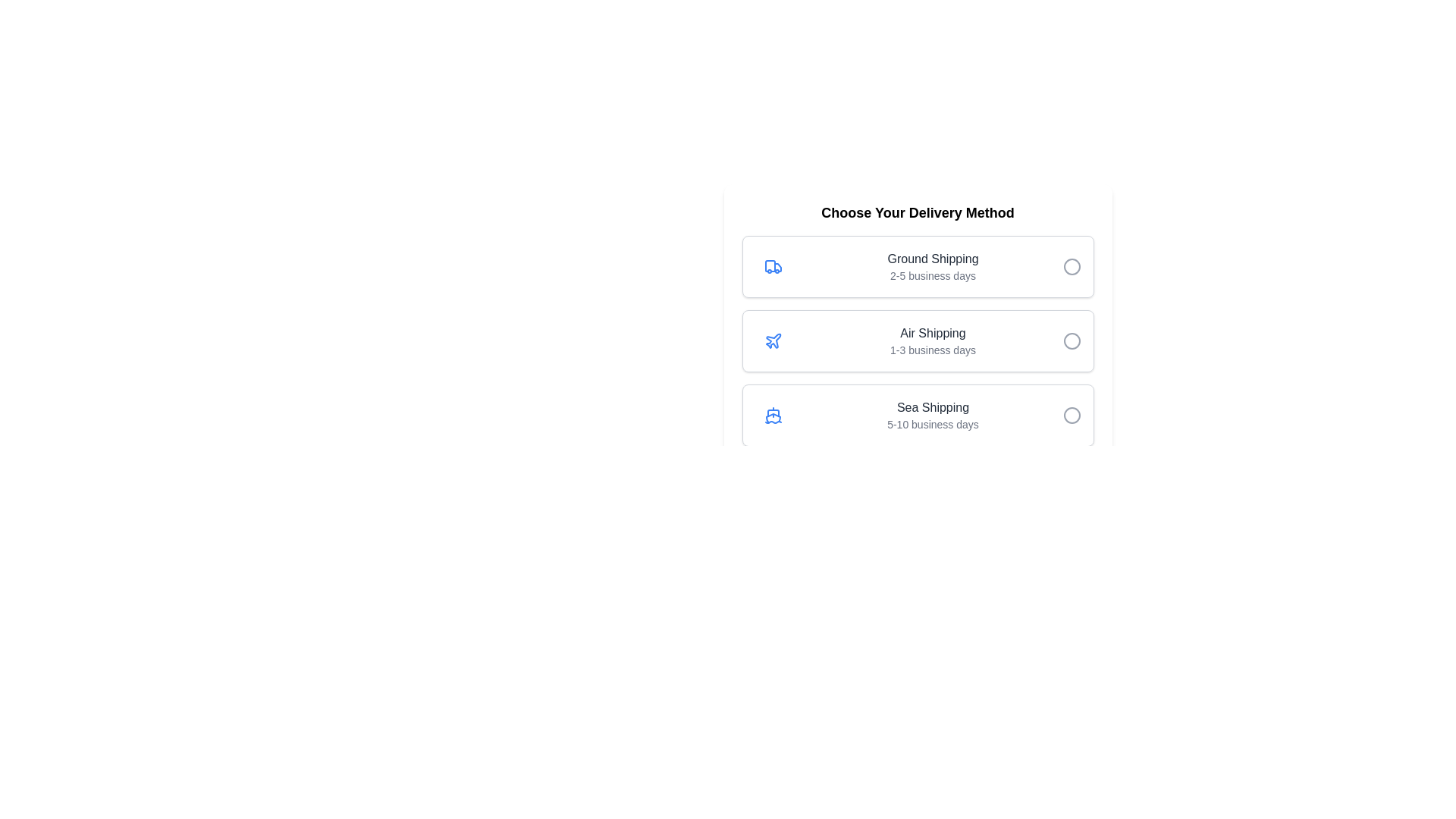 Image resolution: width=1456 pixels, height=819 pixels. What do you see at coordinates (1071, 265) in the screenshot?
I see `the 'Ground Shipping' radio button` at bounding box center [1071, 265].